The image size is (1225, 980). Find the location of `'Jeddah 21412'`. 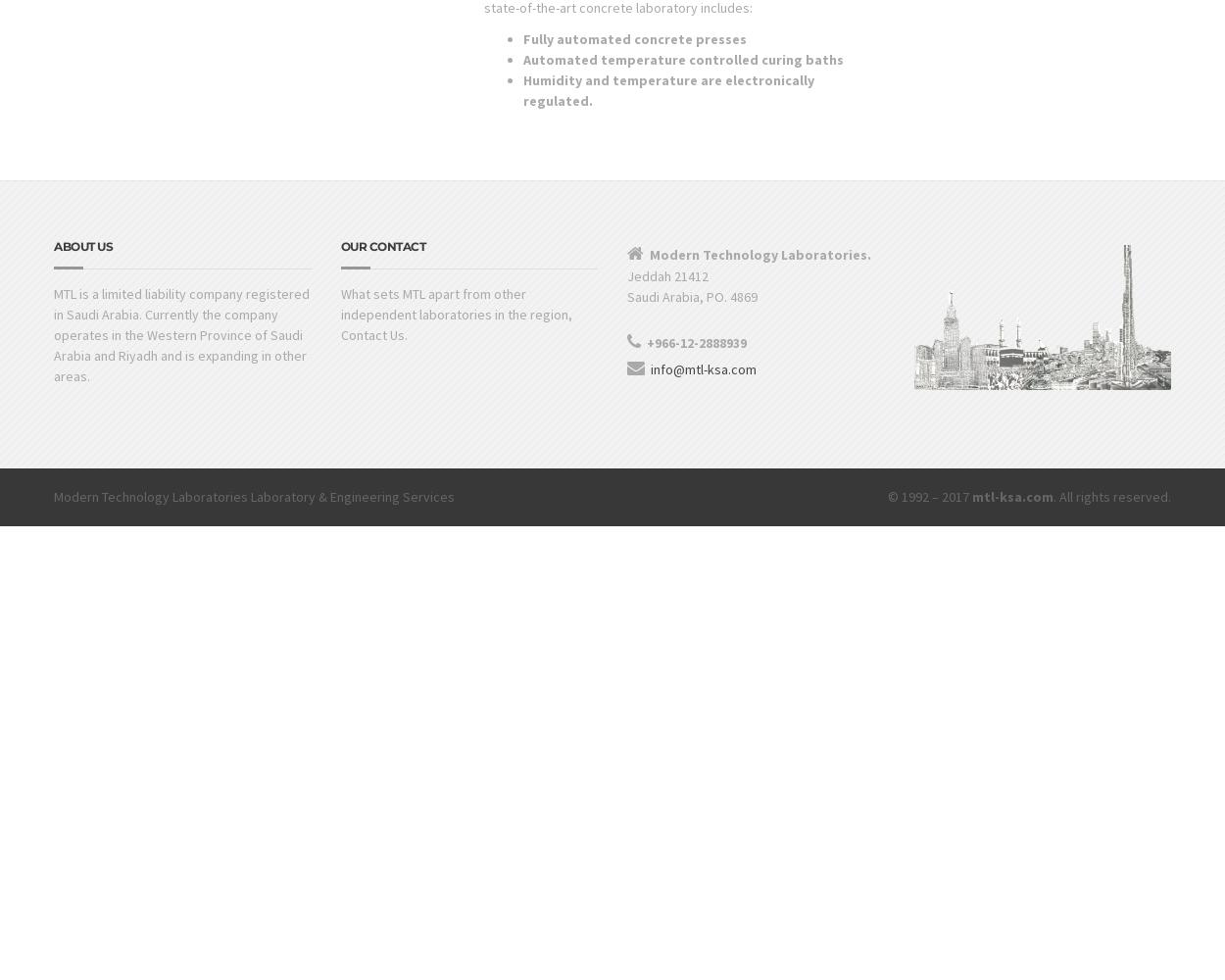

'Jeddah 21412' is located at coordinates (627, 276).